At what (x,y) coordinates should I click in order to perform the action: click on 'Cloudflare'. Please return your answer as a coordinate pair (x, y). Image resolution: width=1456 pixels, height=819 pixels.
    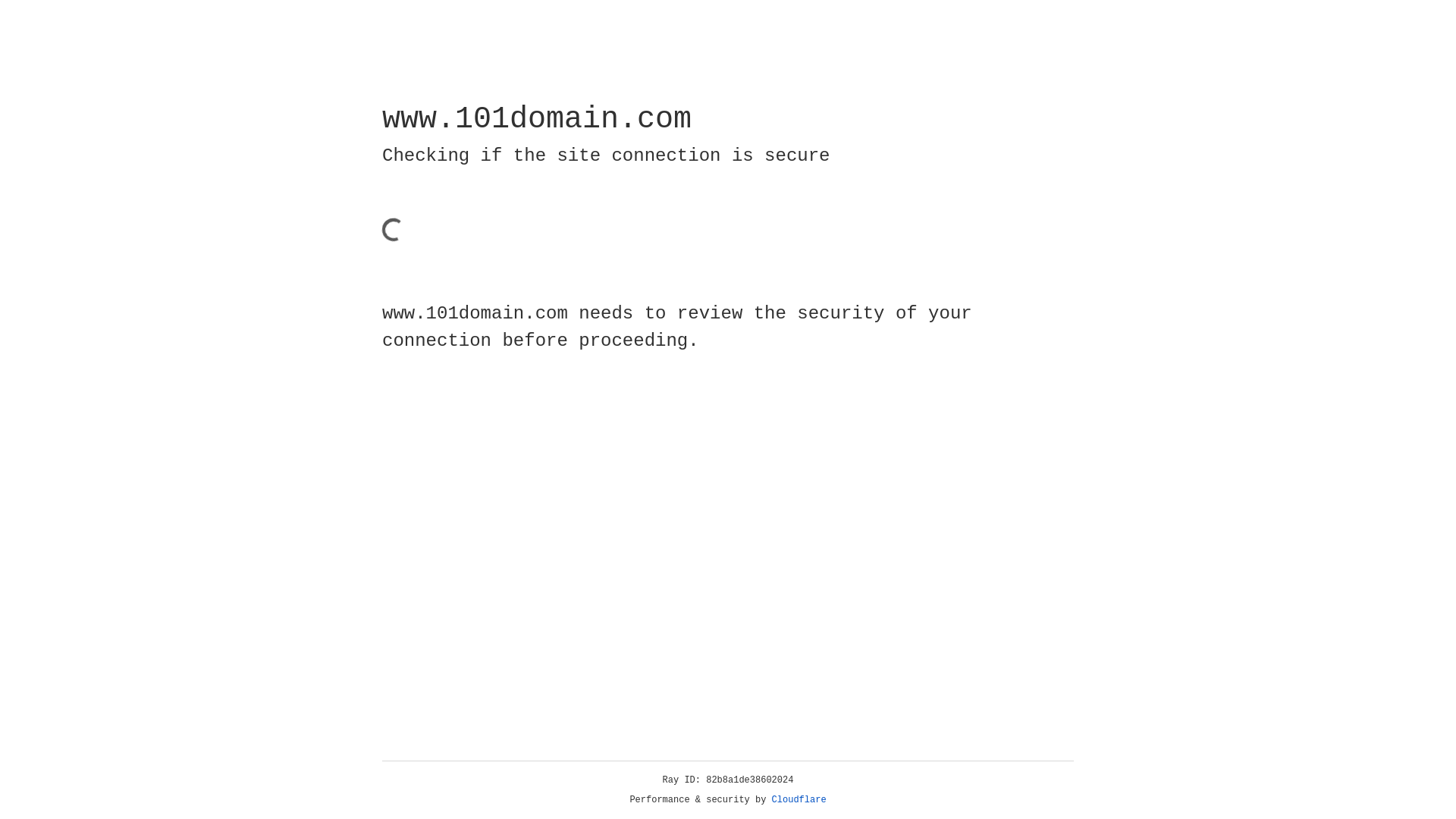
    Looking at the image, I should click on (799, 799).